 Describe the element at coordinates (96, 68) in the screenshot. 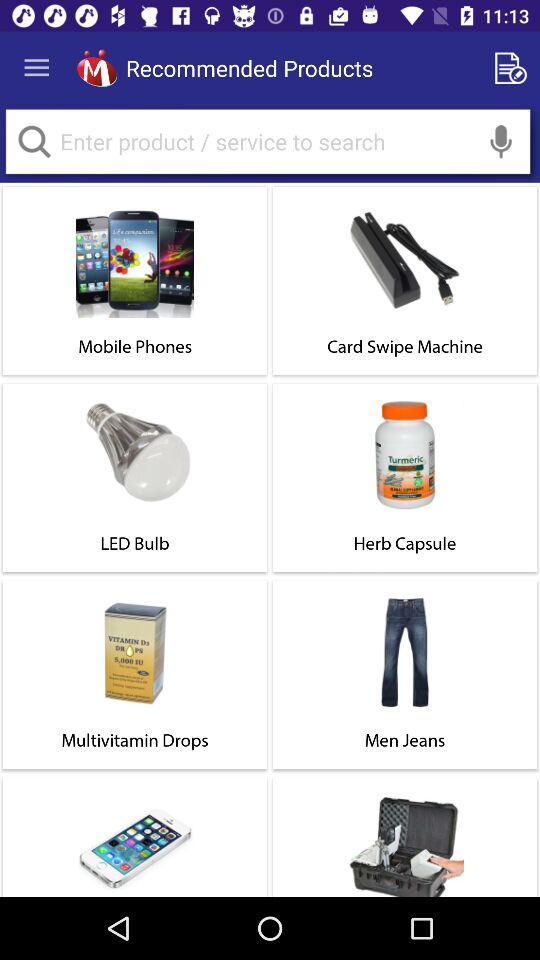

I see `head to homepage` at that location.